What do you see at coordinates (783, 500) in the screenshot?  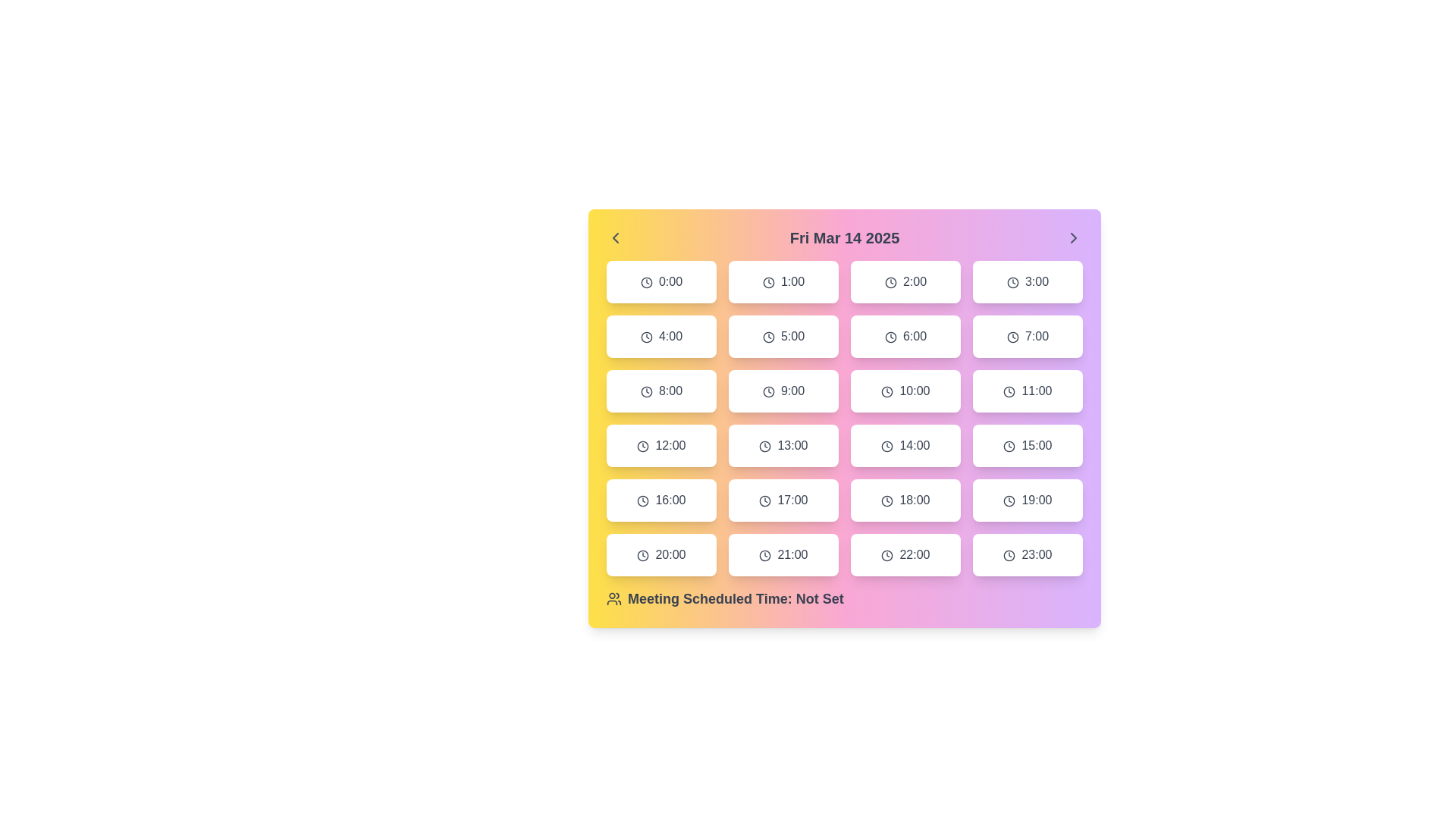 I see `the '17:00' time slot button located in the 2nd column and 5th row of the grid` at bounding box center [783, 500].